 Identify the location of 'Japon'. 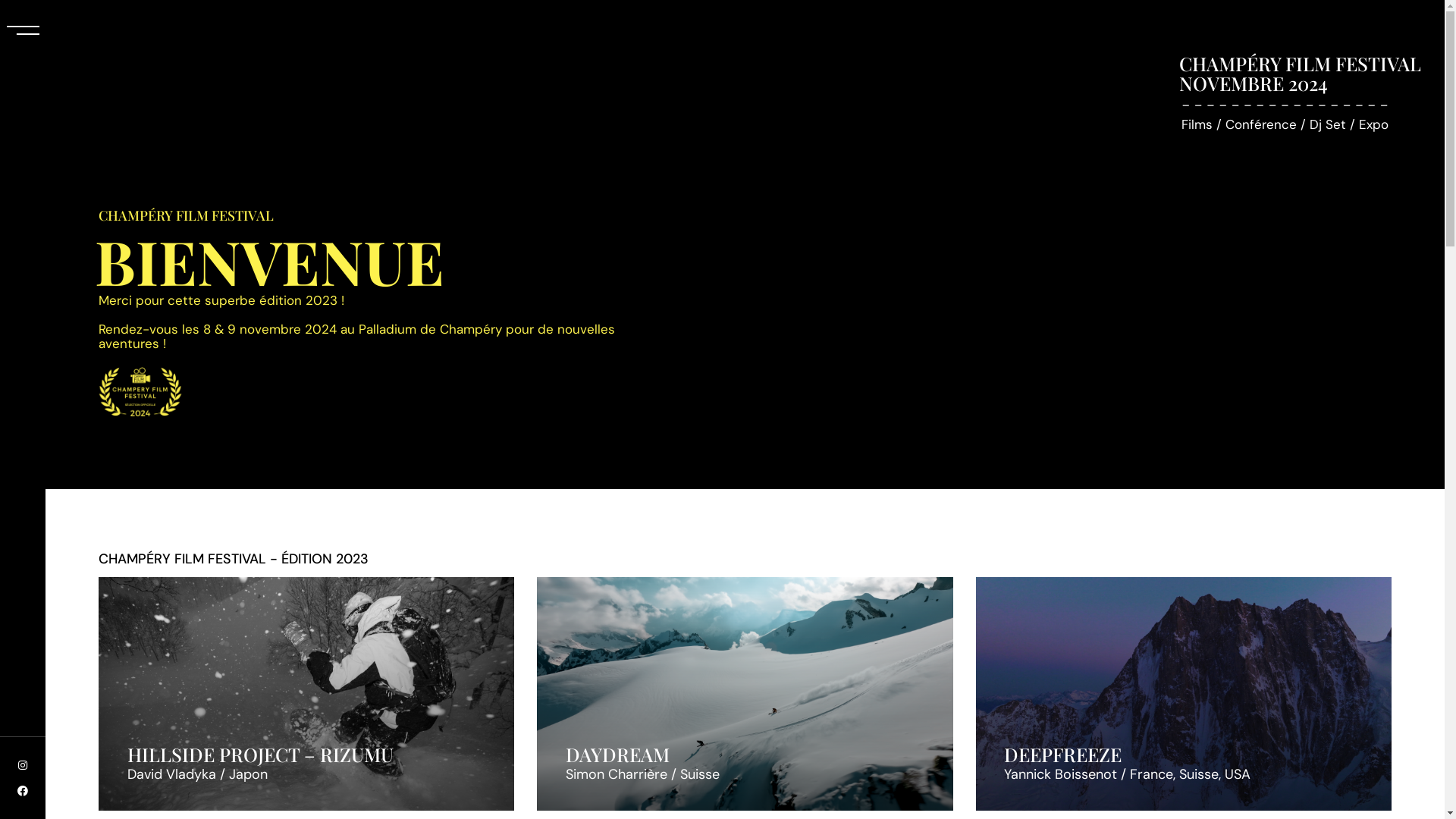
(248, 775).